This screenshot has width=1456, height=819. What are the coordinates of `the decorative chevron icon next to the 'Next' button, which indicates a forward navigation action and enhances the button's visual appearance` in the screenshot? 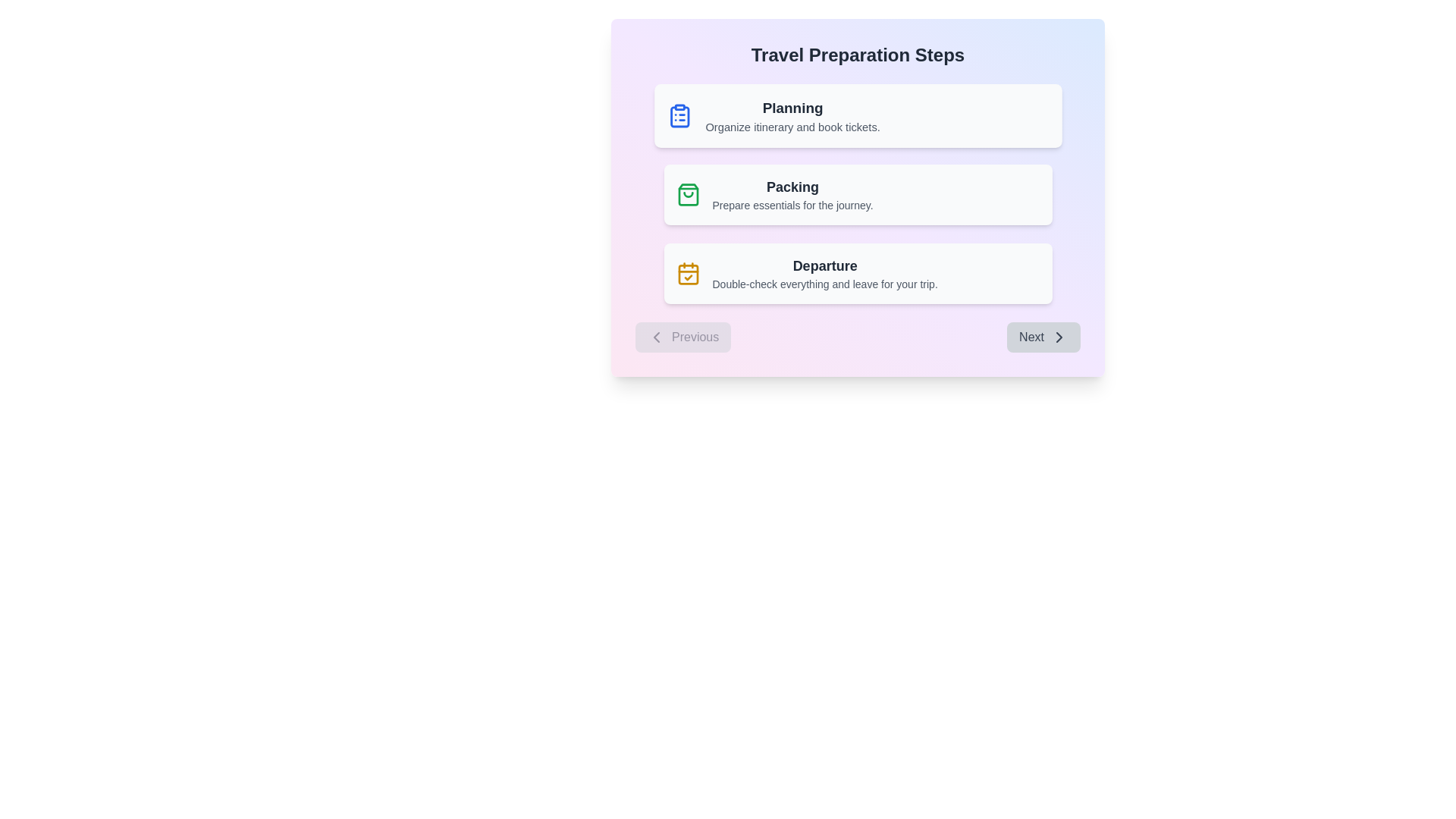 It's located at (1058, 336).